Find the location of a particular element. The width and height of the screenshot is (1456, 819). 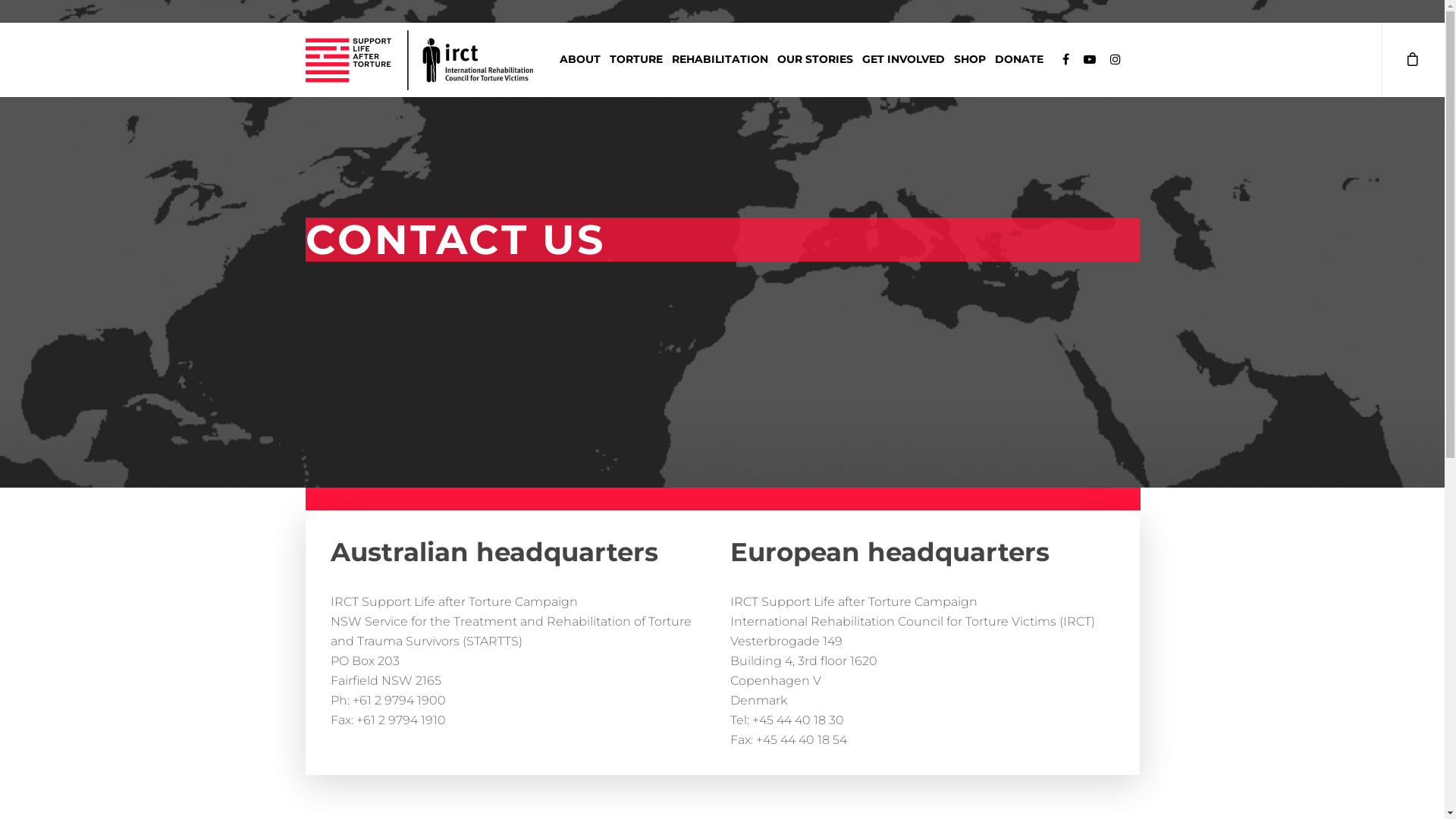

'ABOUT' is located at coordinates (554, 62).